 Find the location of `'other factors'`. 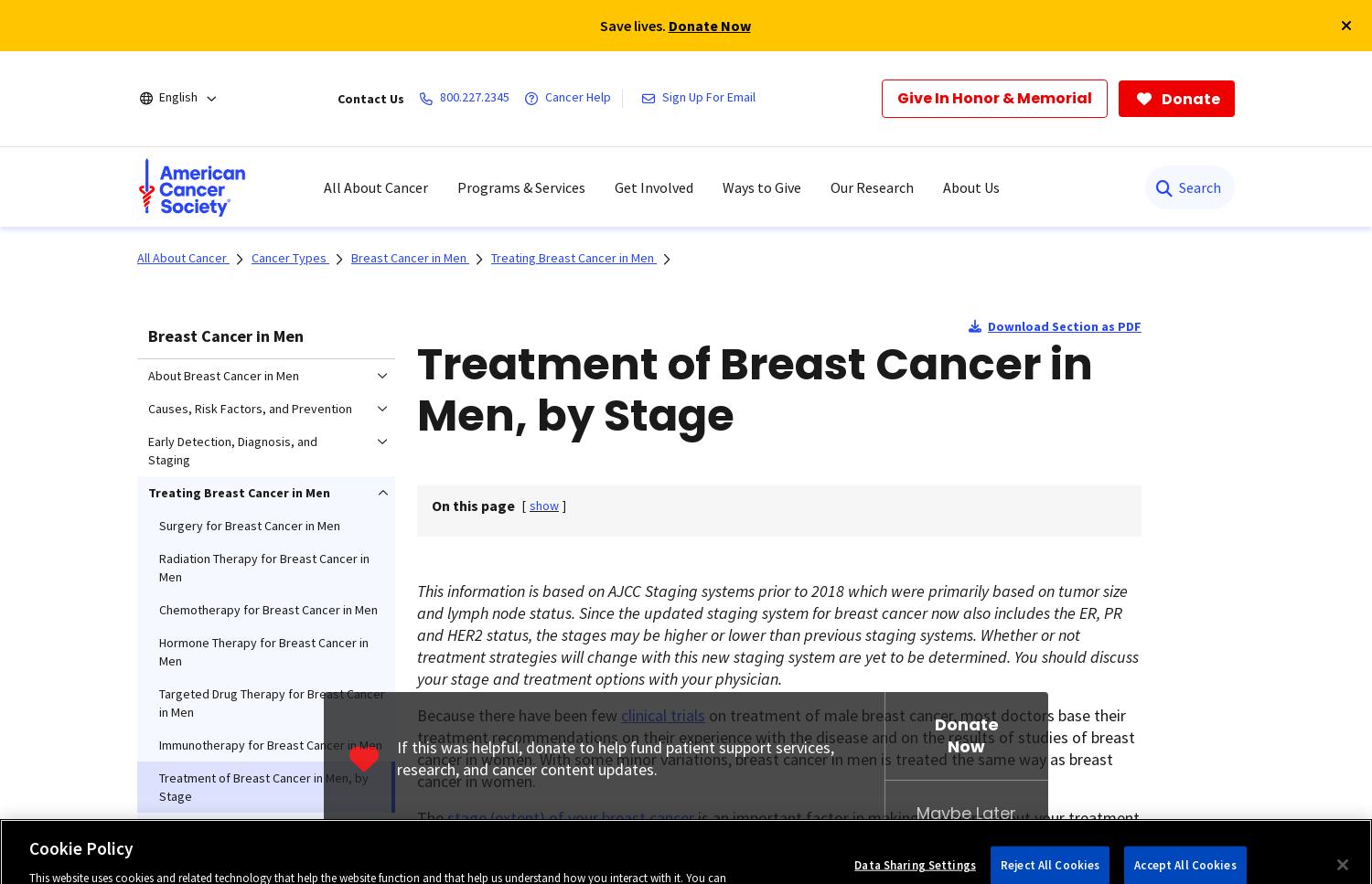

'other factors' is located at coordinates (491, 860).